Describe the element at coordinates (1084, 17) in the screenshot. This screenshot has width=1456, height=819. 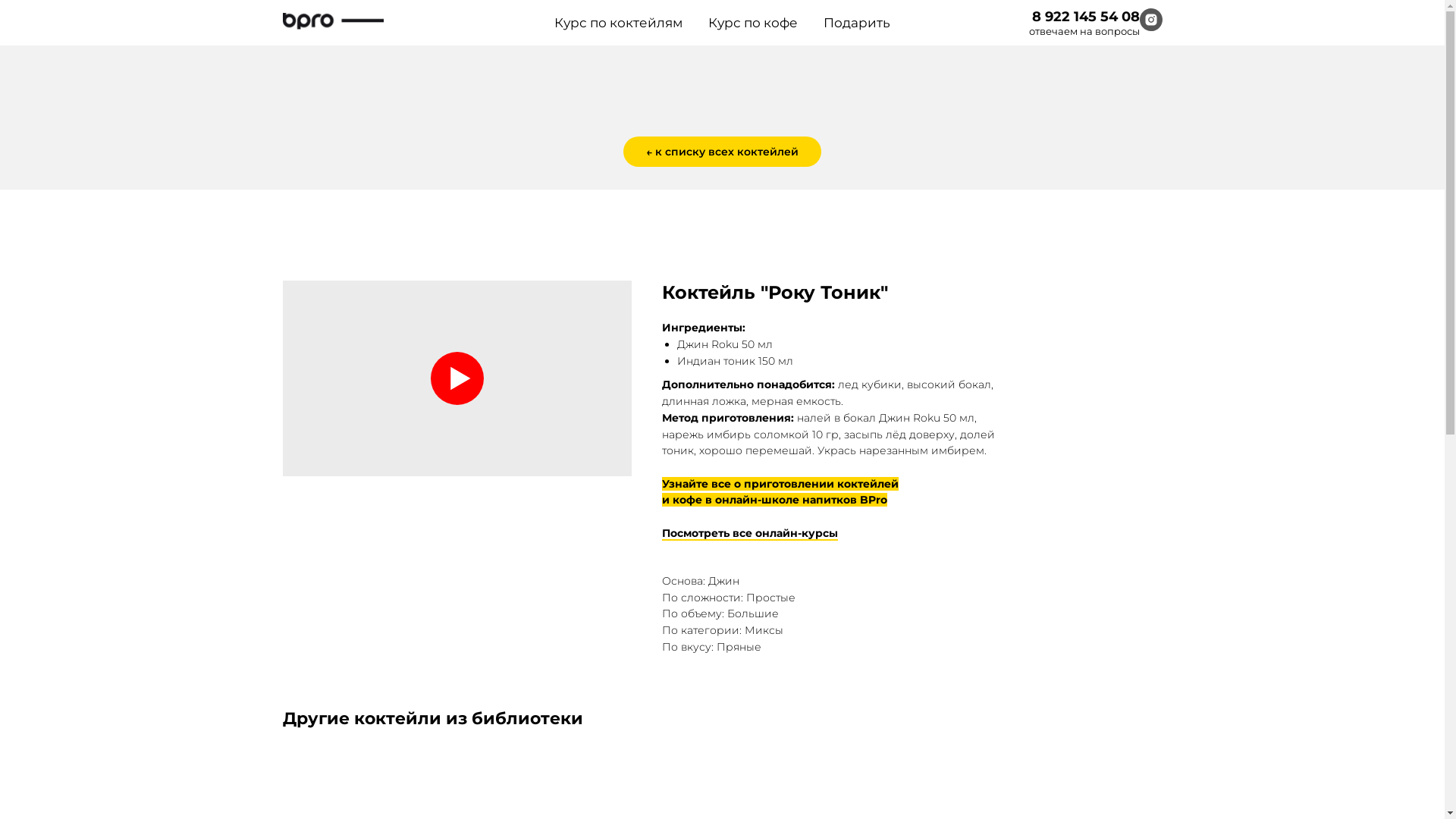
I see `'8 922 145 54 08'` at that location.